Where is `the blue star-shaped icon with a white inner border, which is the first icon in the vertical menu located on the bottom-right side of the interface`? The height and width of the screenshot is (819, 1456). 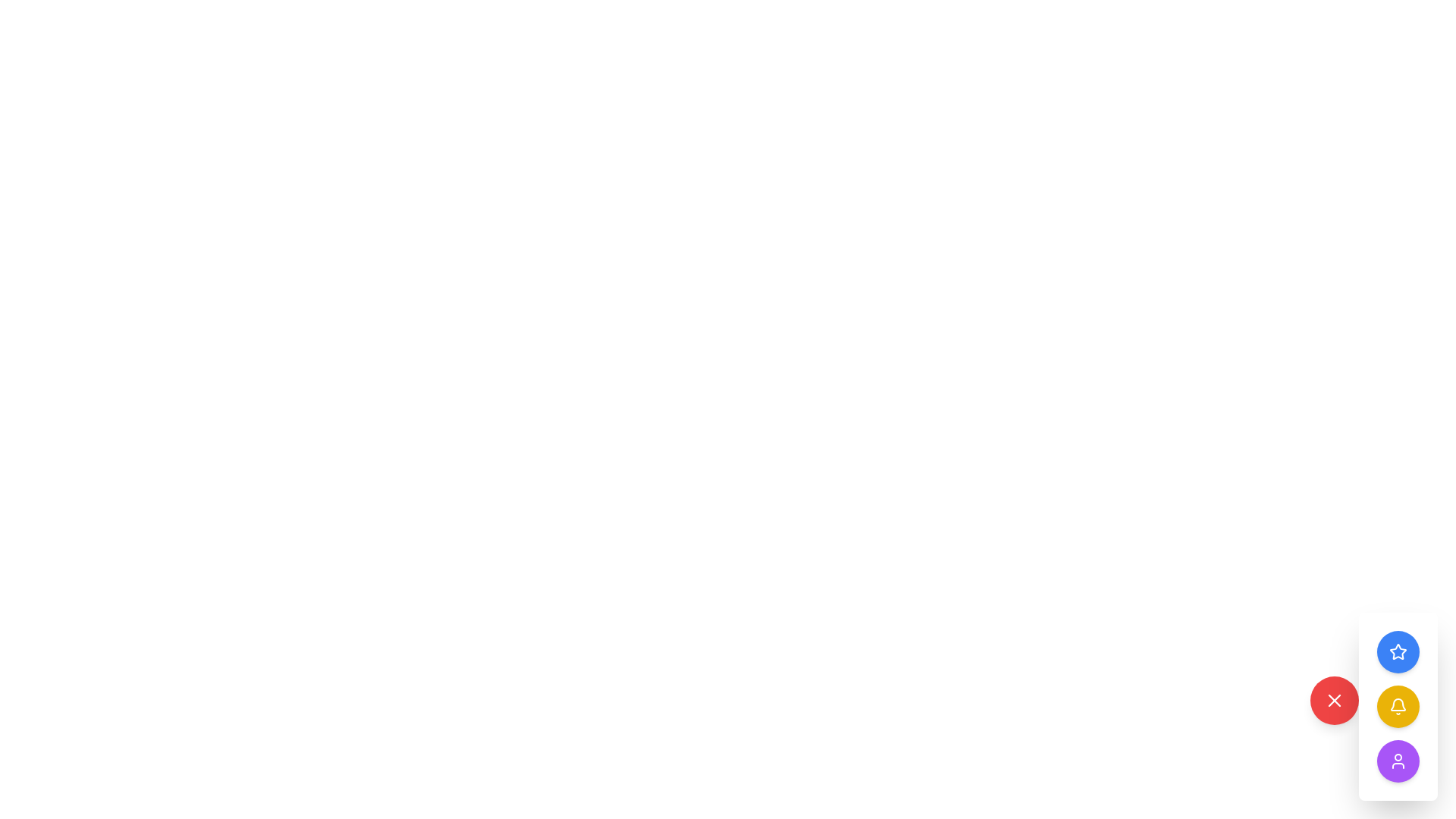 the blue star-shaped icon with a white inner border, which is the first icon in the vertical menu located on the bottom-right side of the interface is located at coordinates (1397, 651).